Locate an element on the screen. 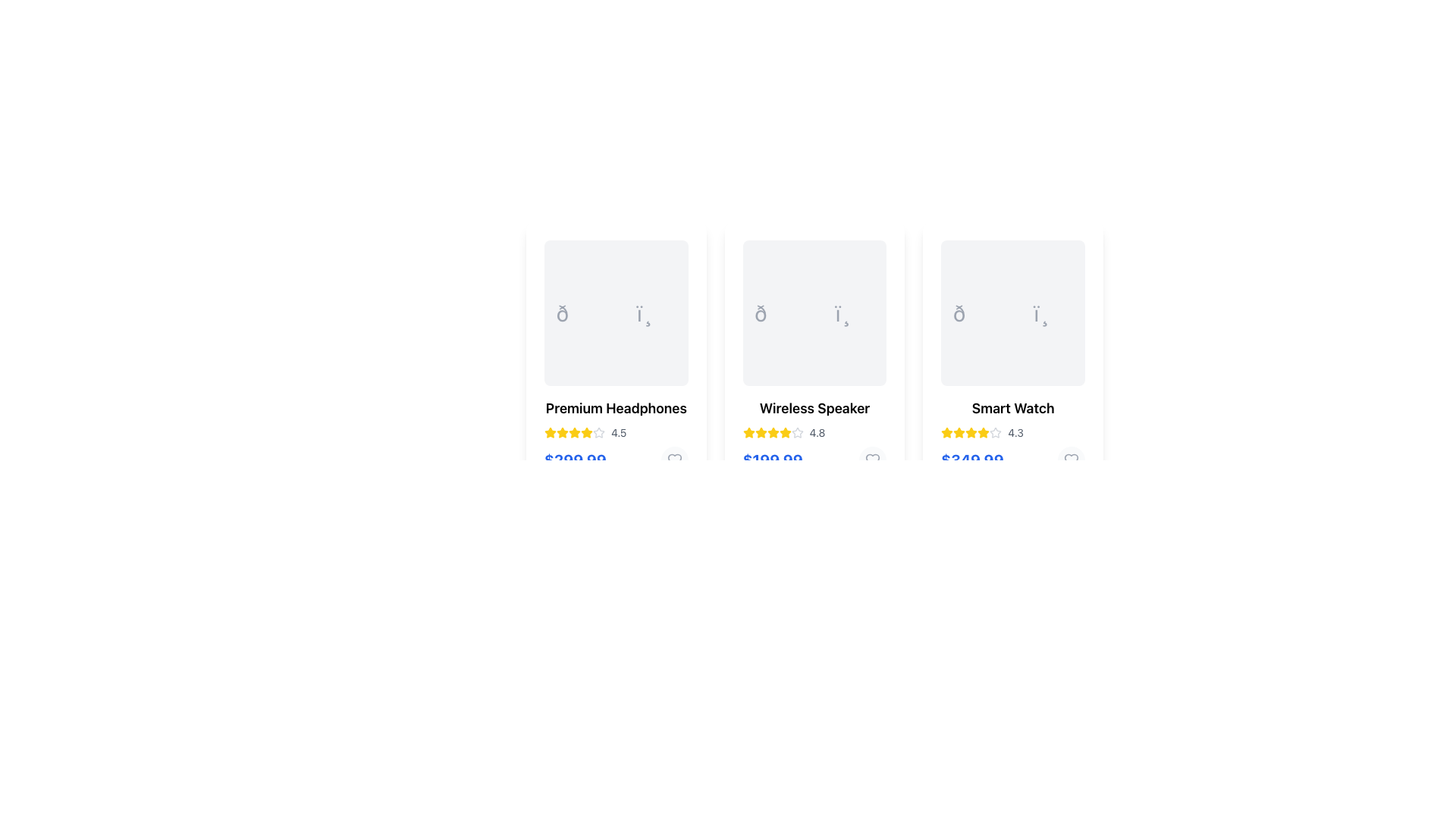 This screenshot has height=819, width=1456. the fifth star icon in the rating system is located at coordinates (796, 432).